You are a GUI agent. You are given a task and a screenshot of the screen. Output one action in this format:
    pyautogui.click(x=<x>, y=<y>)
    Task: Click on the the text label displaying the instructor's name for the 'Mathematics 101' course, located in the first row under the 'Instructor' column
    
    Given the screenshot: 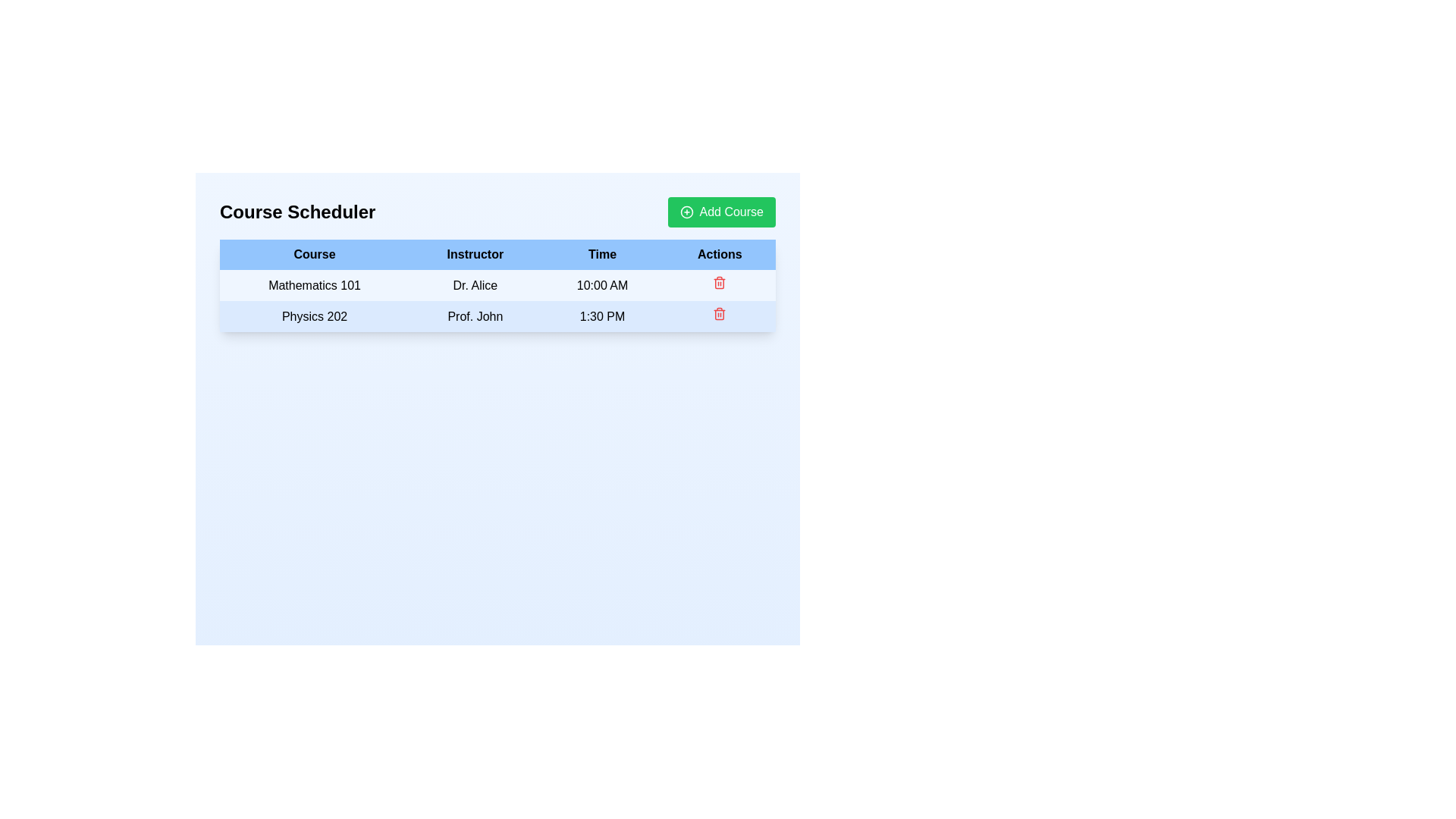 What is the action you would take?
    pyautogui.click(x=474, y=285)
    